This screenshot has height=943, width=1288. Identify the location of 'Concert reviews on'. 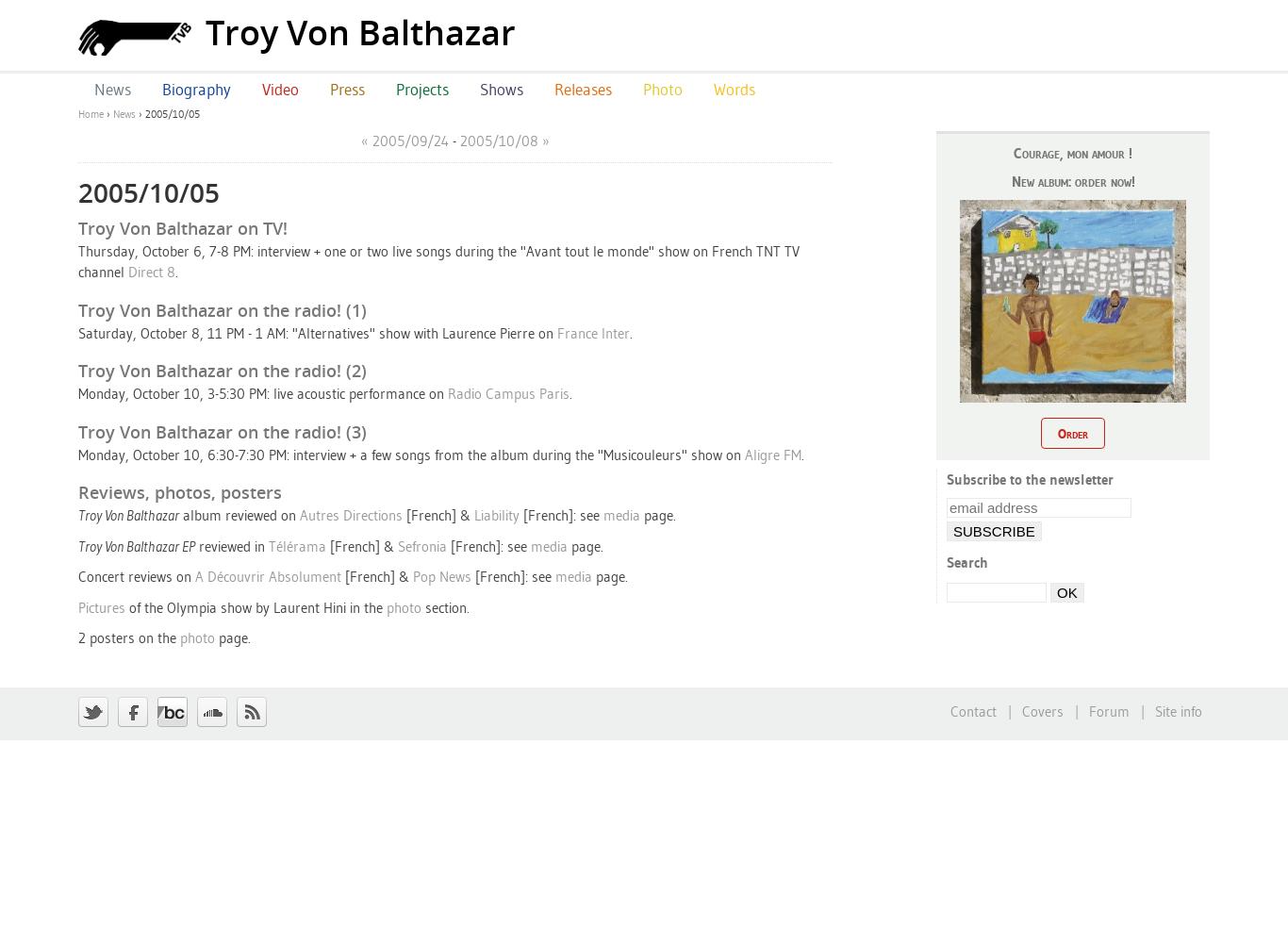
(135, 575).